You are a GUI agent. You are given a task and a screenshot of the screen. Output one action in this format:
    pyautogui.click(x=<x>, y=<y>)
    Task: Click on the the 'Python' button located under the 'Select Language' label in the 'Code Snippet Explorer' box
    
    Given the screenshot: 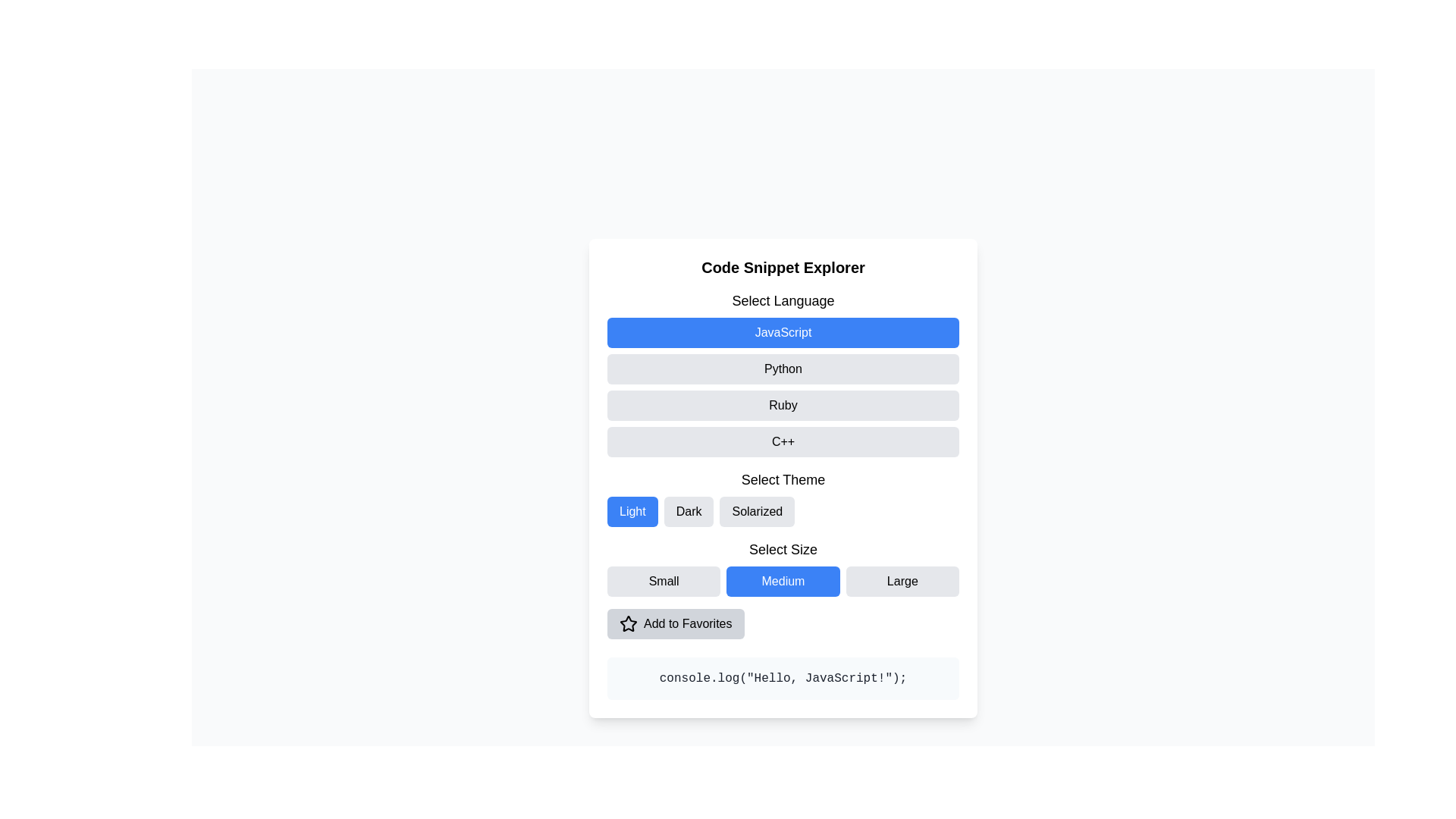 What is the action you would take?
    pyautogui.click(x=783, y=374)
    